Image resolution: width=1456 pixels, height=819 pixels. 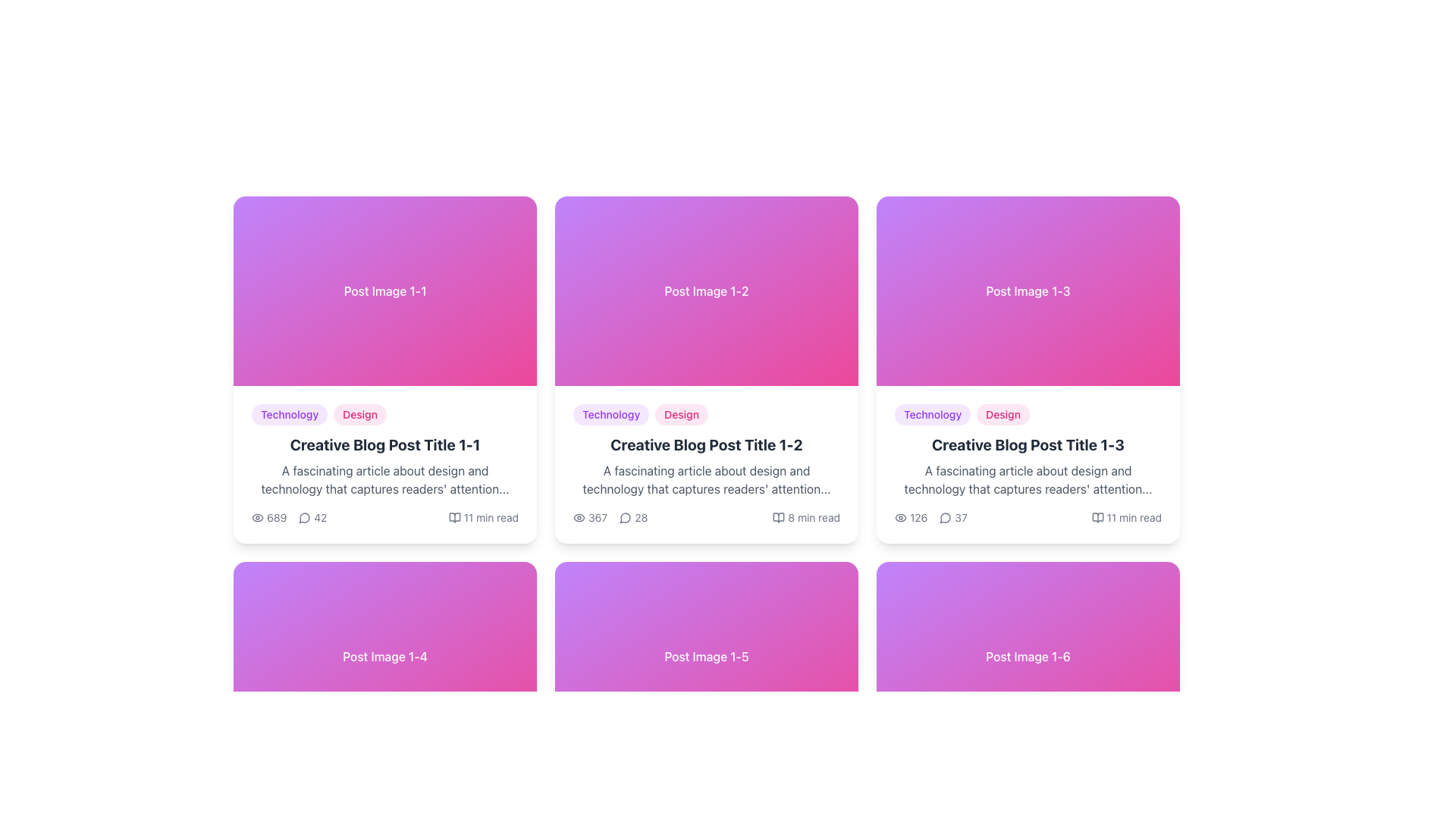 What do you see at coordinates (1028, 464) in the screenshot?
I see `the Blog post preview card section, which is the lower part of the third card in the first row of the grid layout, allowing users` at bounding box center [1028, 464].